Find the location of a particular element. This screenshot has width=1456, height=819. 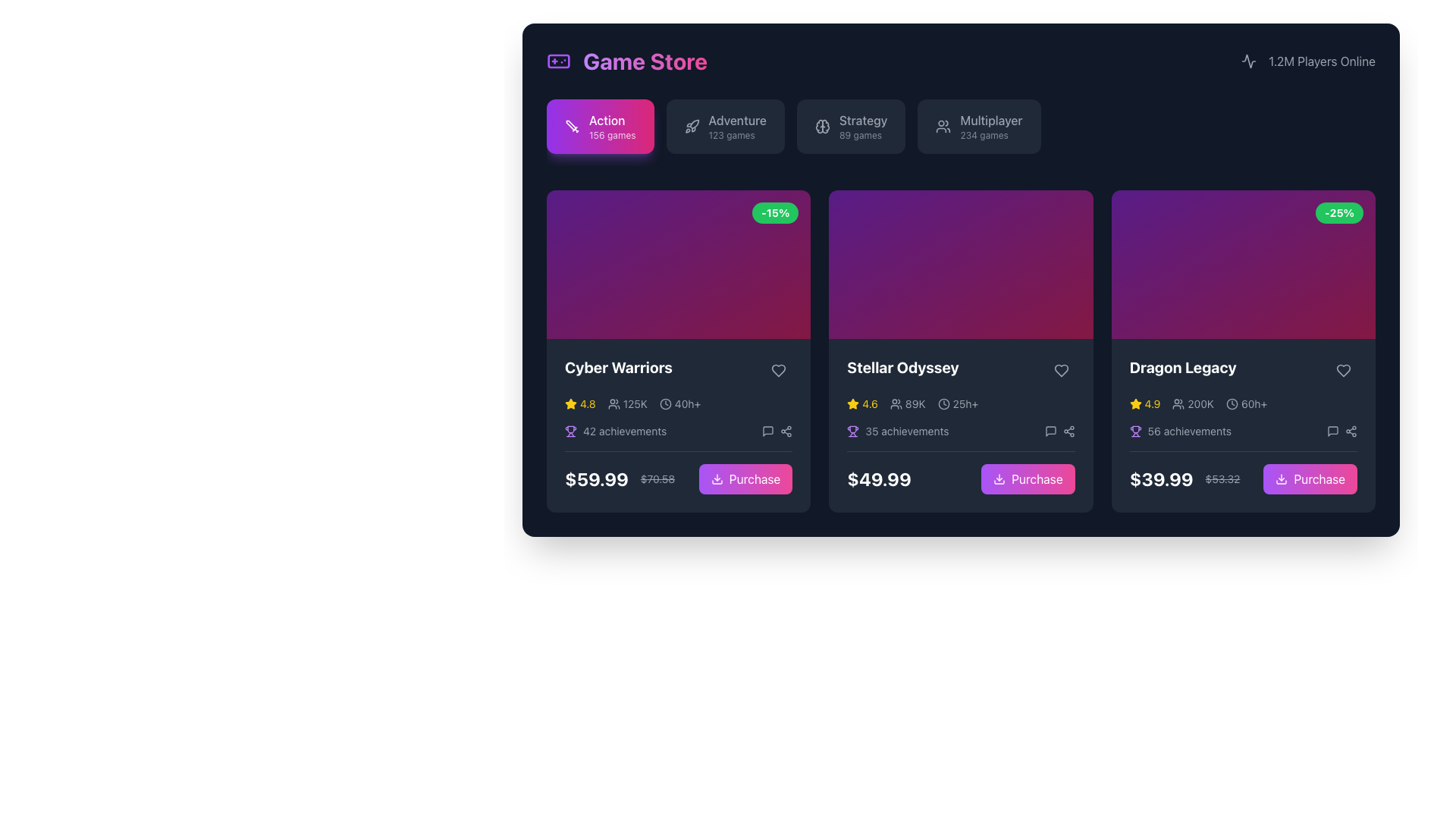

the Icon and Text Pair displaying two user figures and '89K' for further details is located at coordinates (908, 403).